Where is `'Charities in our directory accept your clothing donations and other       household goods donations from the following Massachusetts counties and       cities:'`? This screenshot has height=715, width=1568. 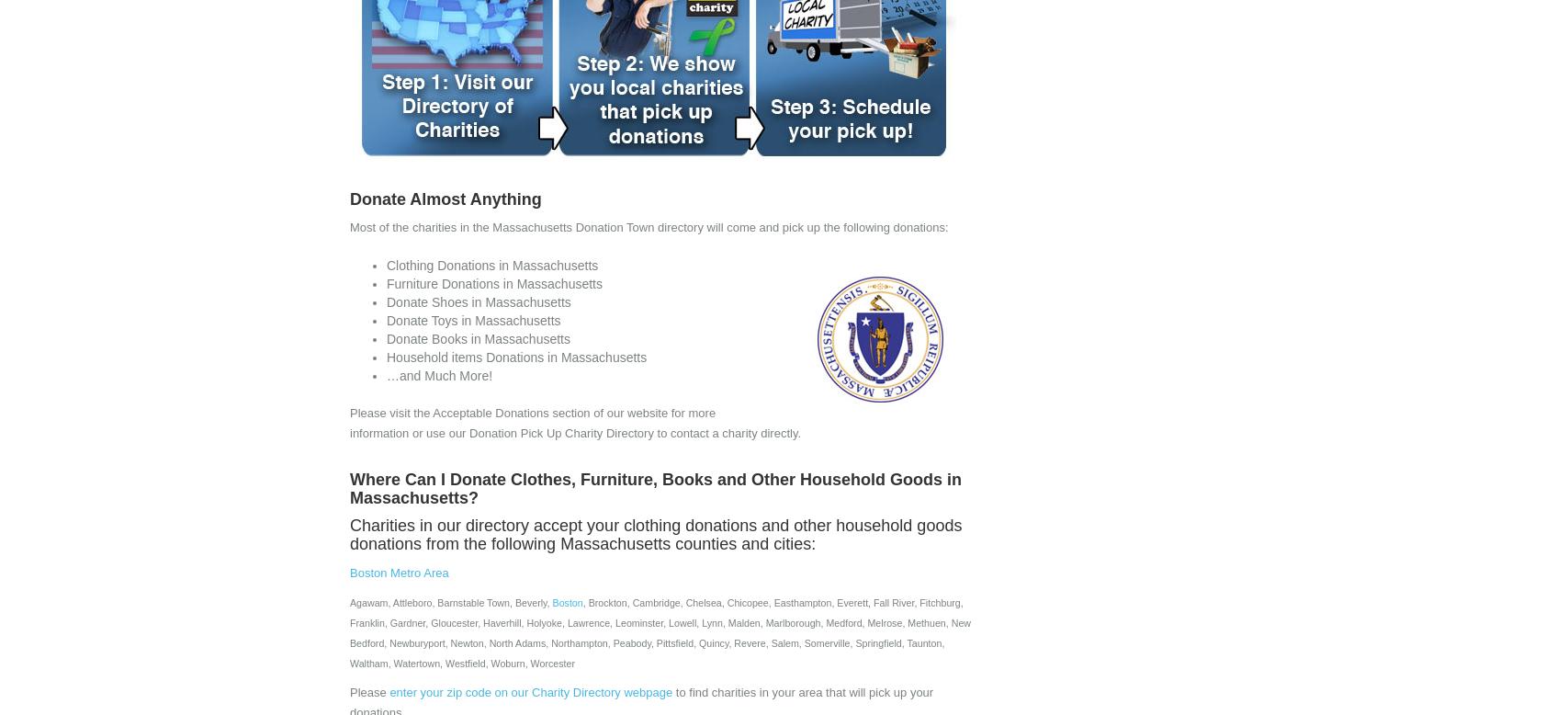
'Charities in our directory accept your clothing donations and other       household goods donations from the following Massachusetts counties and       cities:' is located at coordinates (656, 534).